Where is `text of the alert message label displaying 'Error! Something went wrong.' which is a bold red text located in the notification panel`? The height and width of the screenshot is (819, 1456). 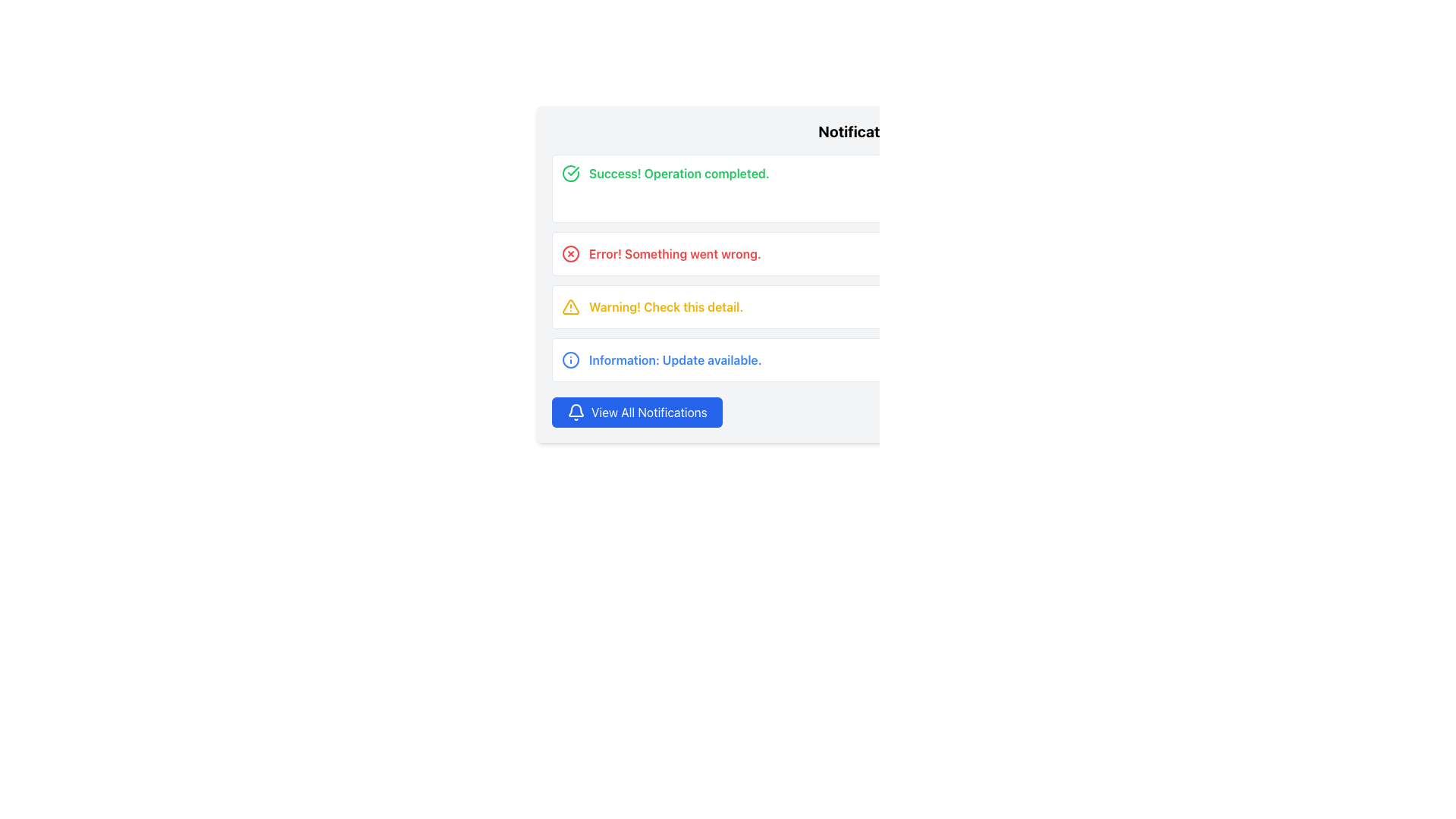 text of the alert message label displaying 'Error! Something went wrong.' which is a bold red text located in the notification panel is located at coordinates (674, 253).